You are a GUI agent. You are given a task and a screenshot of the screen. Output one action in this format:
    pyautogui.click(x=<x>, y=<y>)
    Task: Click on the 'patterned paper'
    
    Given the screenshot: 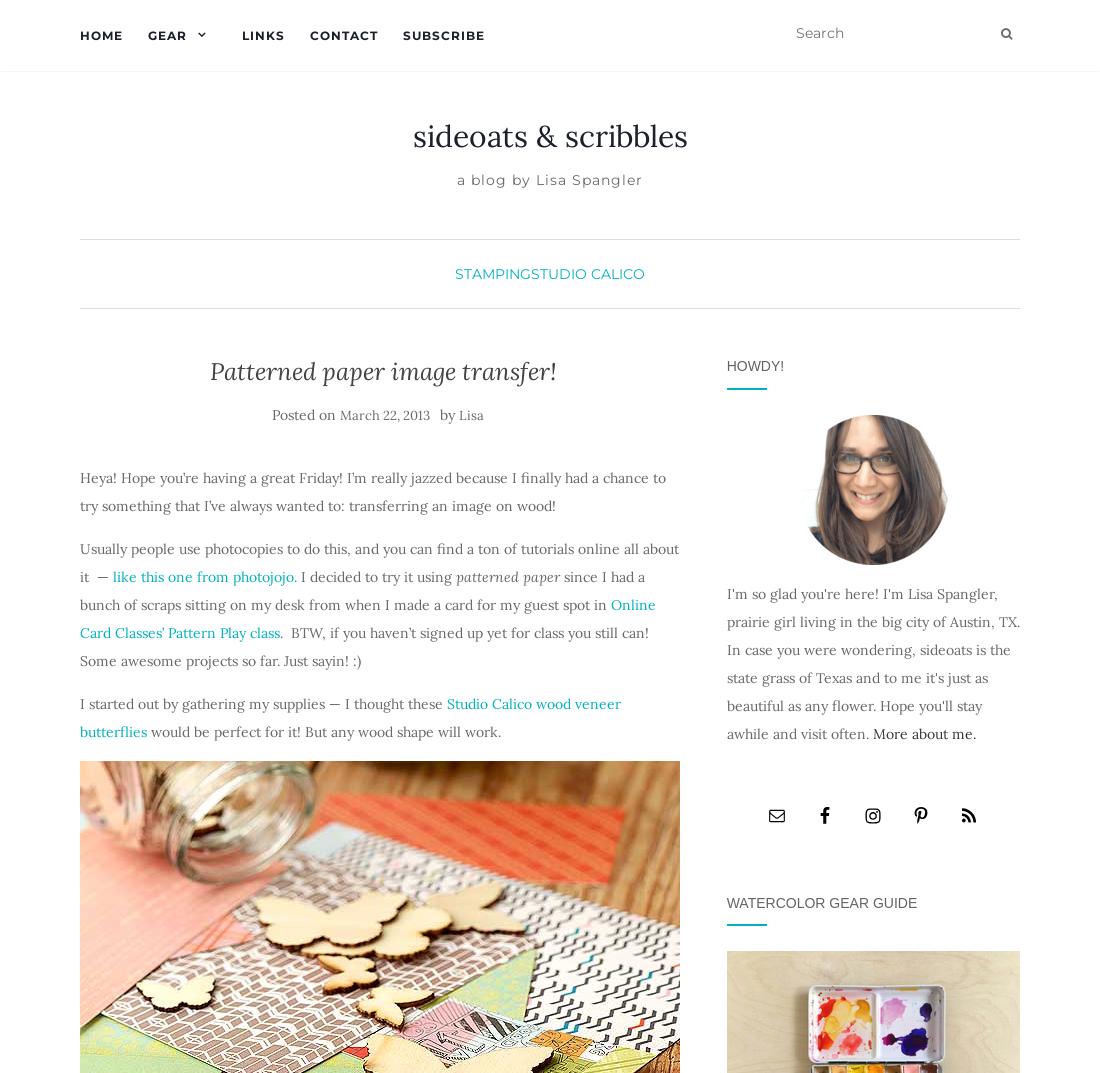 What is the action you would take?
    pyautogui.click(x=507, y=575)
    